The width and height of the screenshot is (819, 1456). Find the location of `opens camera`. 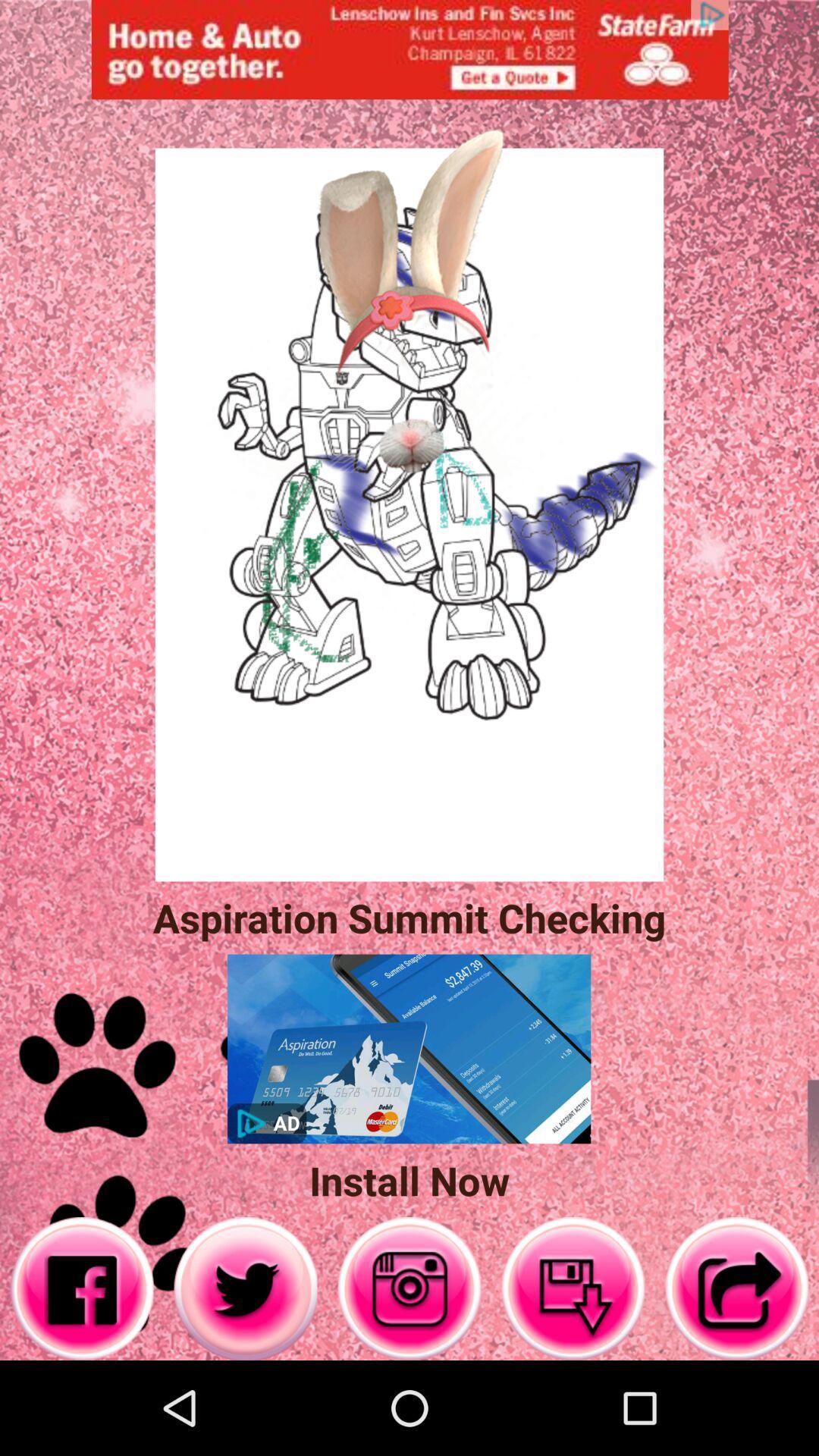

opens camera is located at coordinates (409, 1288).